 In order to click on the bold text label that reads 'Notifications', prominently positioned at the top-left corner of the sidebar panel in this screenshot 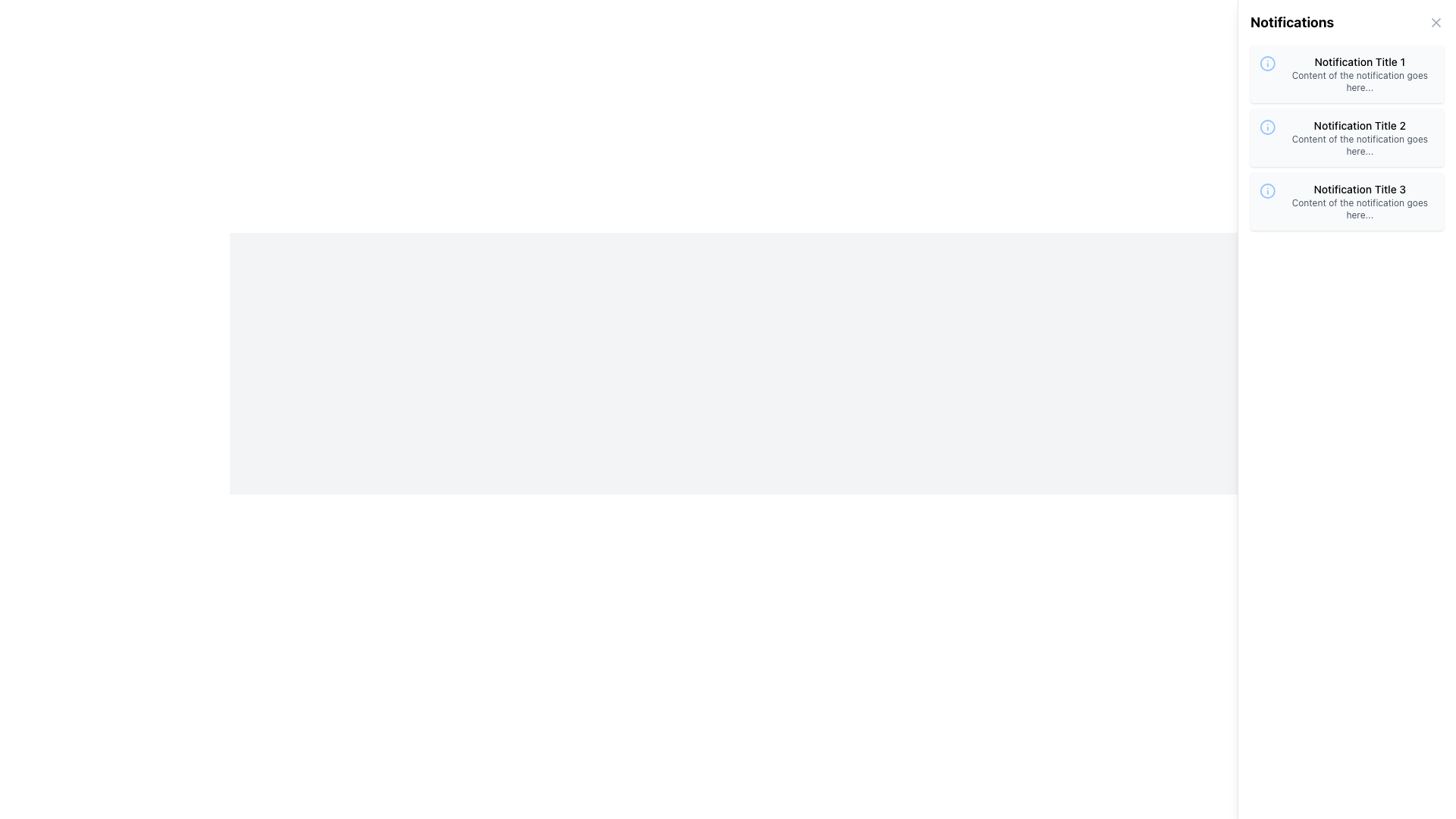, I will do `click(1291, 23)`.